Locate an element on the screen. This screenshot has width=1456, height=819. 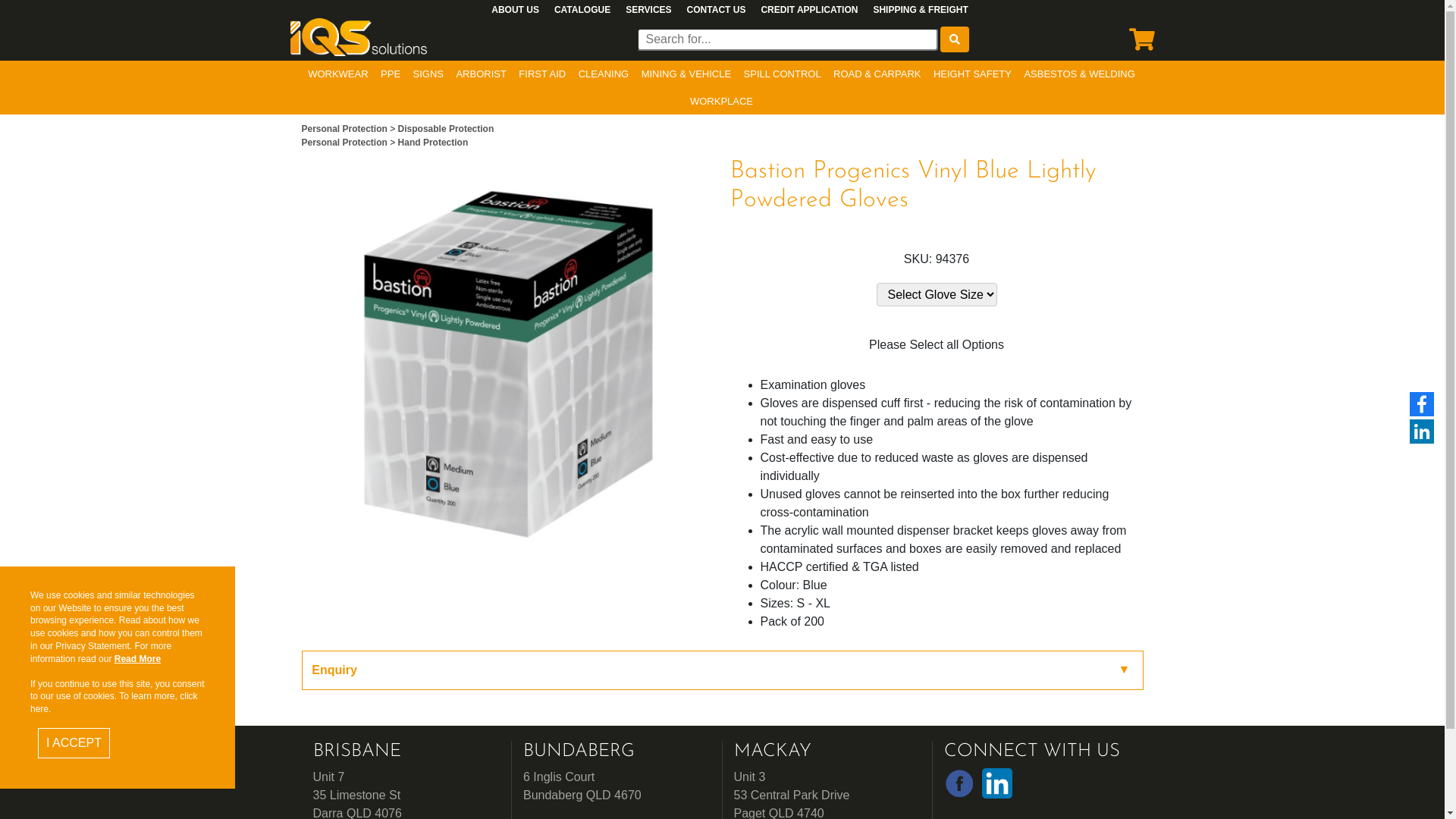
'HEIGHT SAFETY' is located at coordinates (972, 74).